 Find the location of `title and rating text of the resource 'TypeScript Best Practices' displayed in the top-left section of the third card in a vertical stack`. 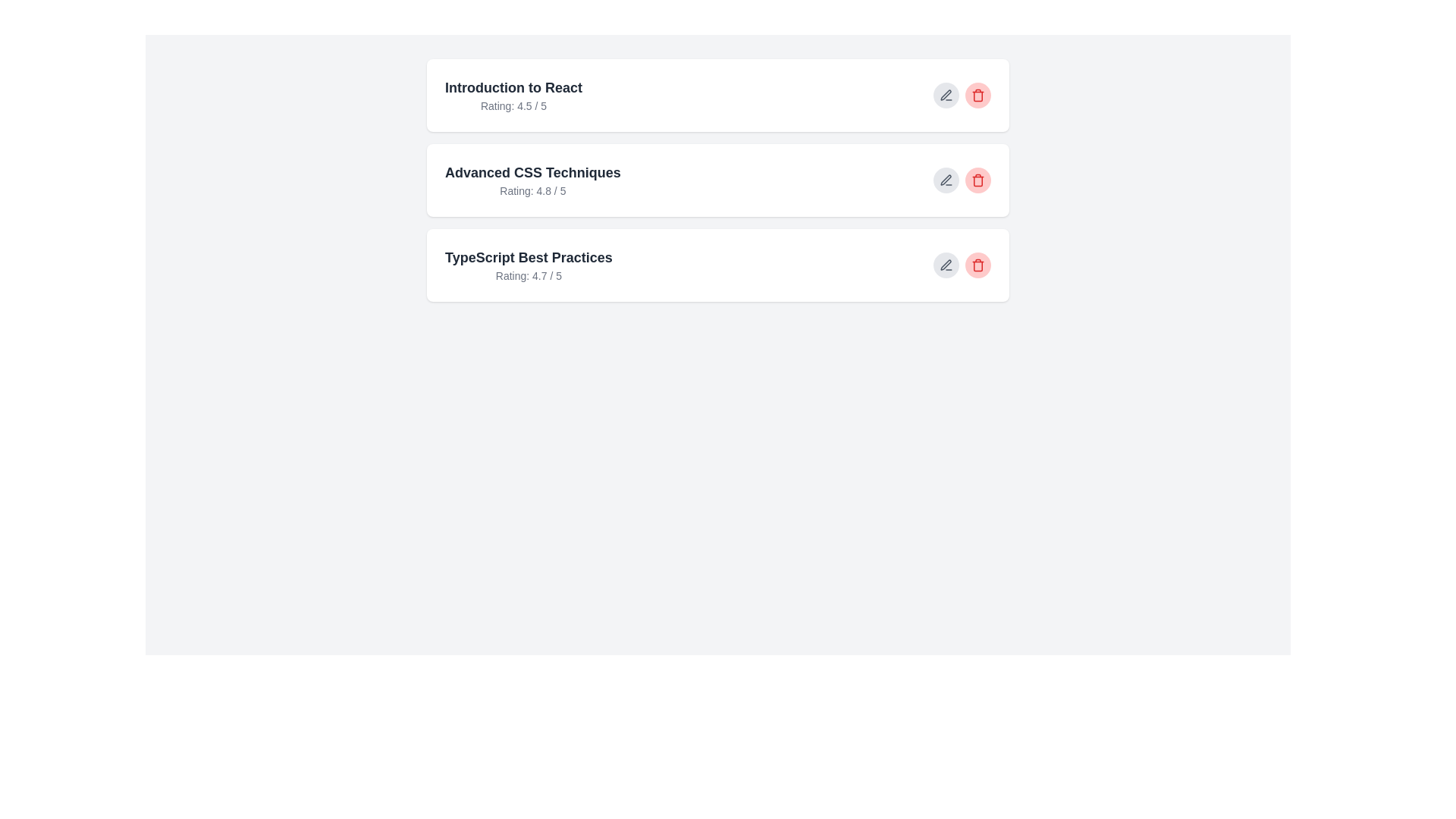

title and rating text of the resource 'TypeScript Best Practices' displayed in the top-left section of the third card in a vertical stack is located at coordinates (529, 265).